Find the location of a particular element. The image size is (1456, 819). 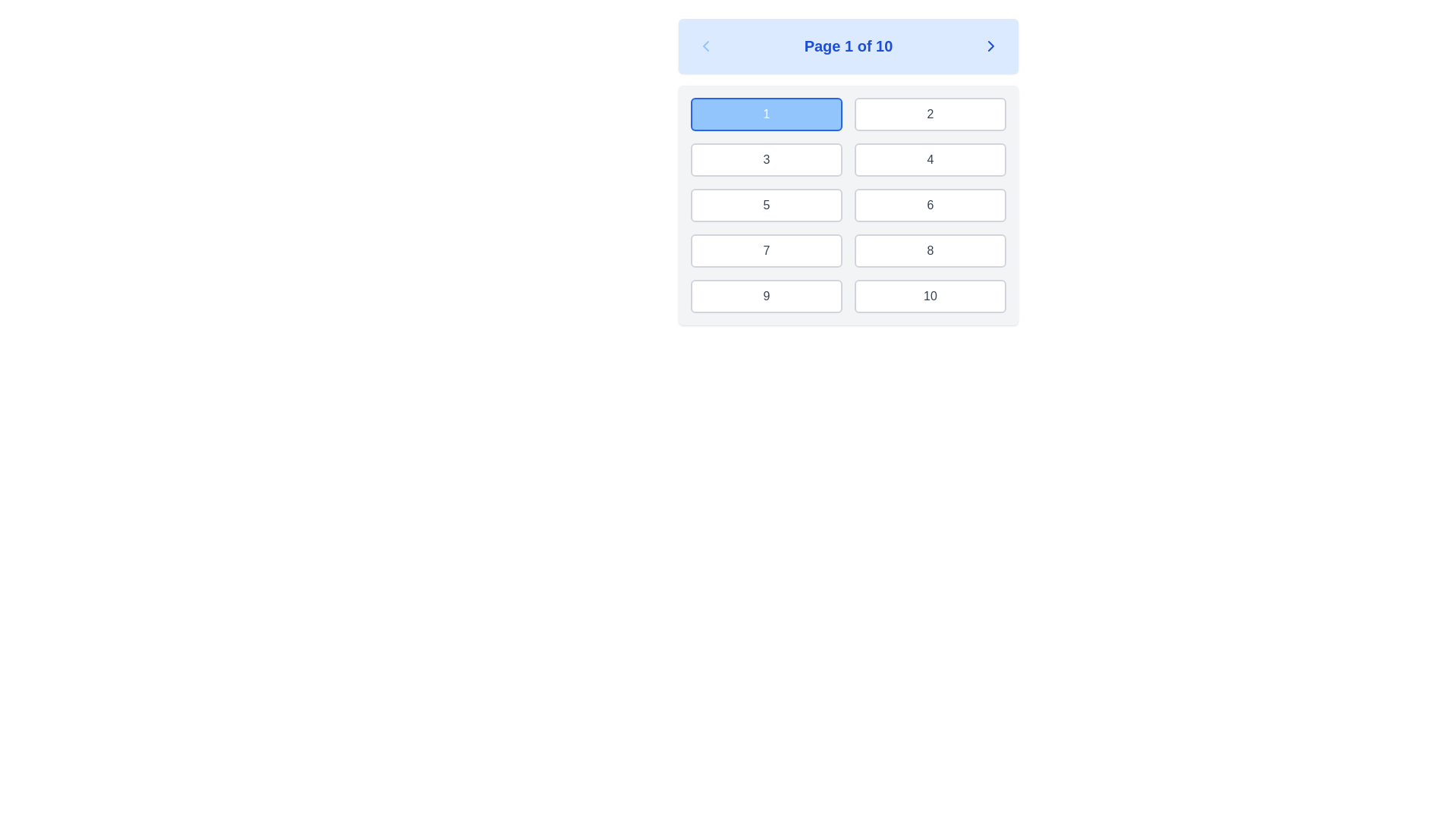

the right-facing chevron icon button located in the top-right corner of the navigation bar is located at coordinates (990, 45).